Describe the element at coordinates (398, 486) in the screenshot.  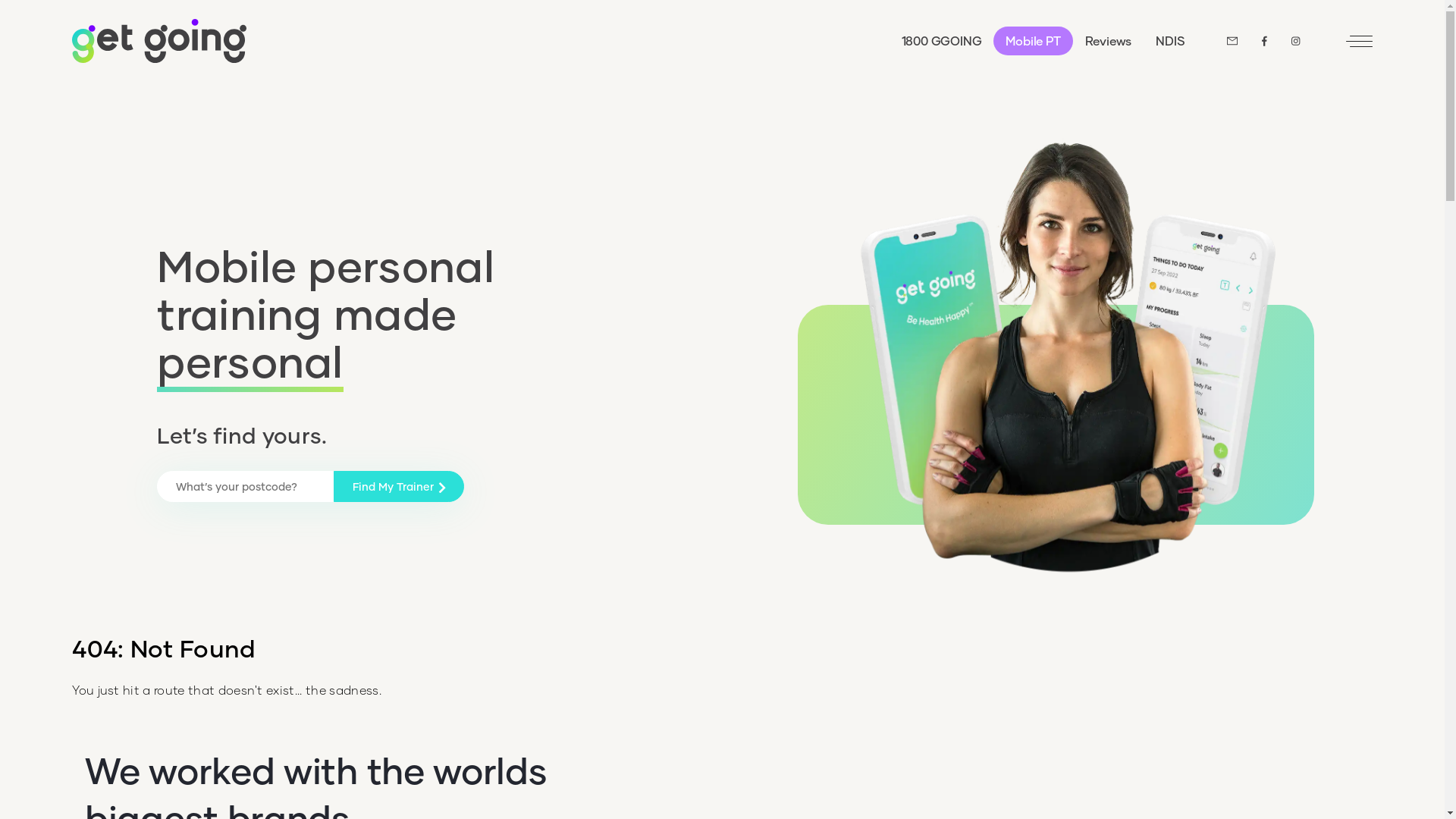
I see `'Find My Trainer'` at that location.